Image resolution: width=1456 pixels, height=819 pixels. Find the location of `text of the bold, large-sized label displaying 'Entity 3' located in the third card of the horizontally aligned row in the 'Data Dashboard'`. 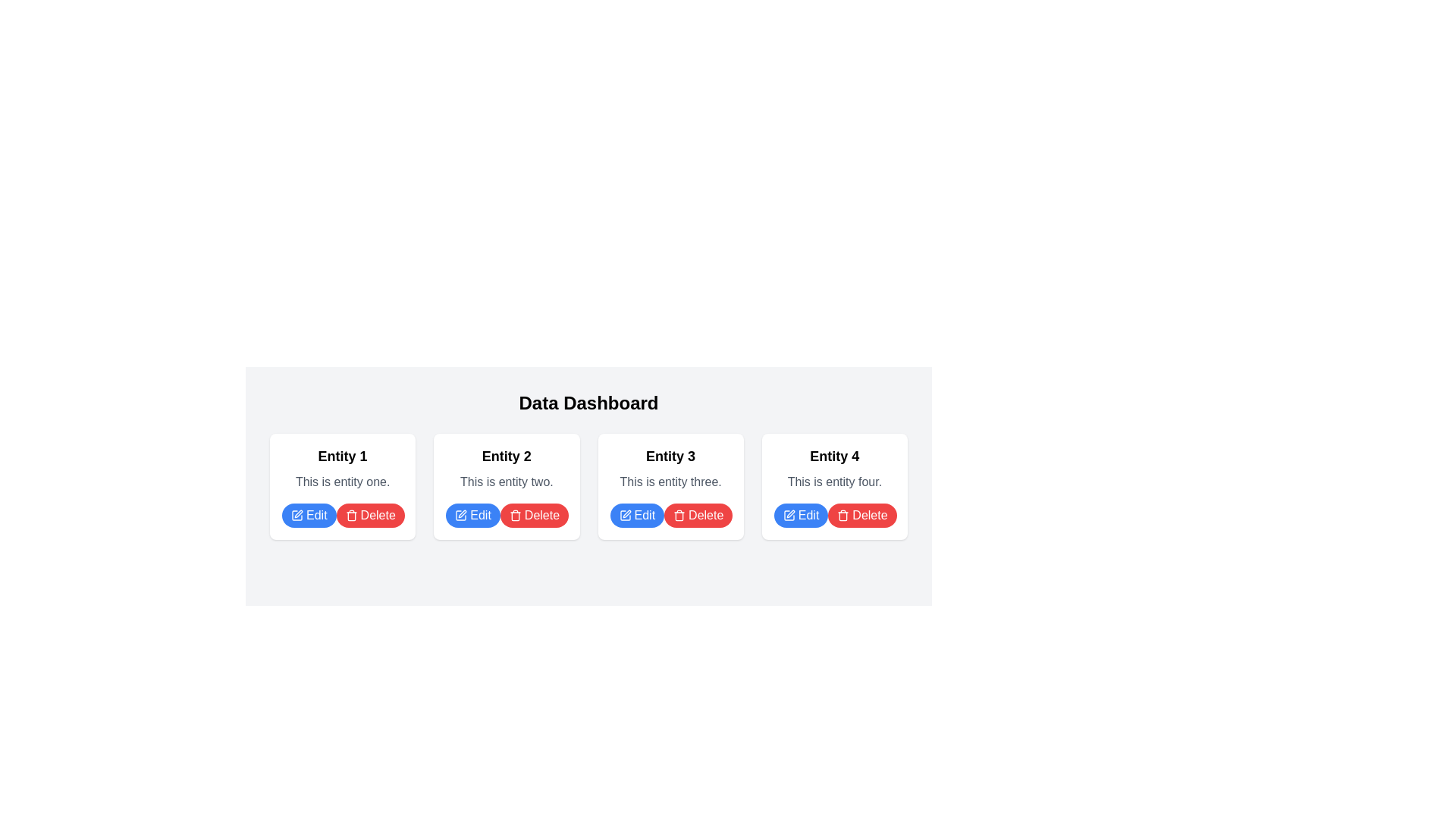

text of the bold, large-sized label displaying 'Entity 3' located in the third card of the horizontally aligned row in the 'Data Dashboard' is located at coordinates (670, 455).